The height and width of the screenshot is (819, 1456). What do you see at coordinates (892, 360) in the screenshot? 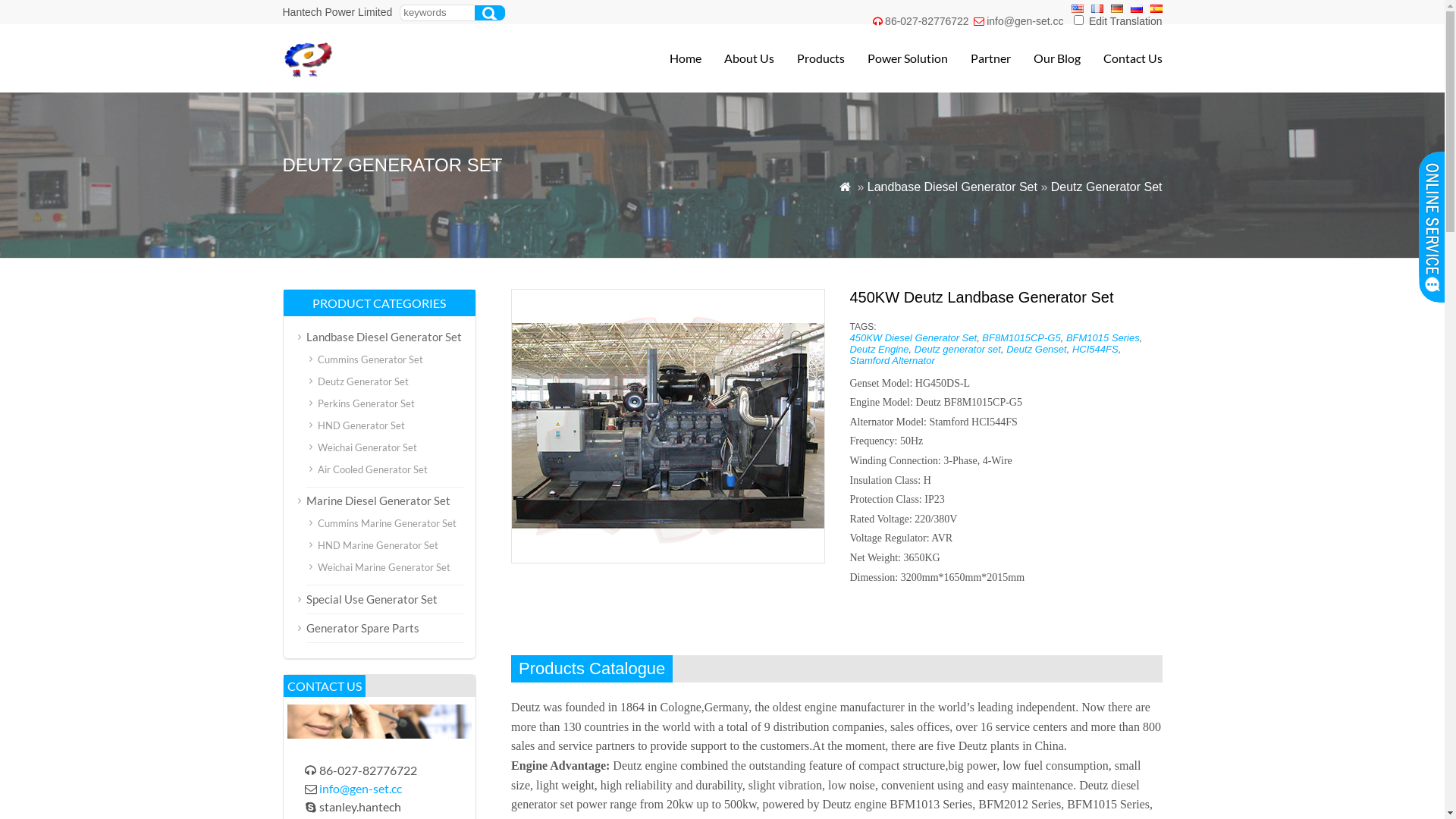
I see `'Stamford Alternator'` at bounding box center [892, 360].